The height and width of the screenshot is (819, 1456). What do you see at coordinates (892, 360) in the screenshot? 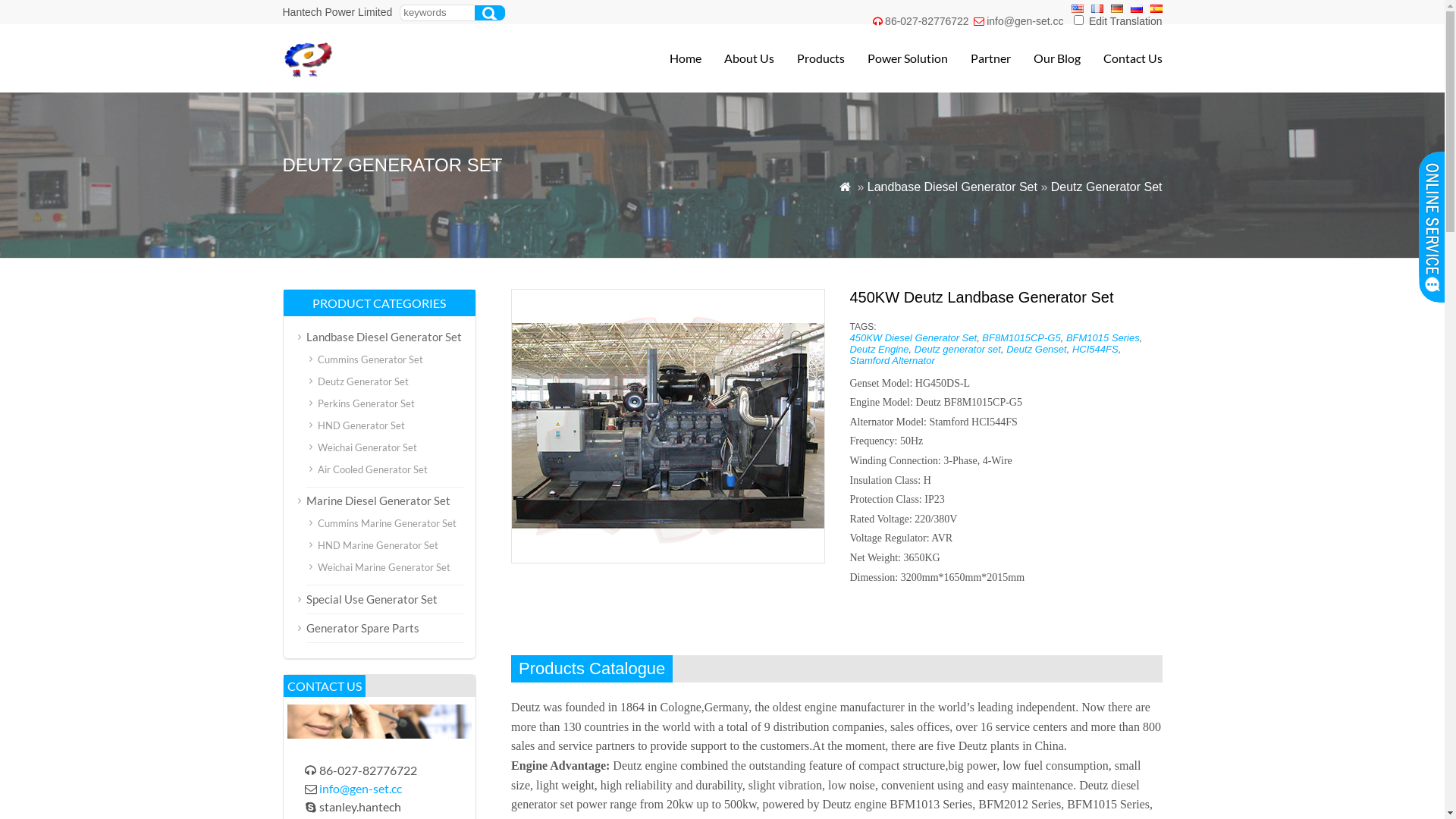
I see `'Stamford Alternator'` at bounding box center [892, 360].